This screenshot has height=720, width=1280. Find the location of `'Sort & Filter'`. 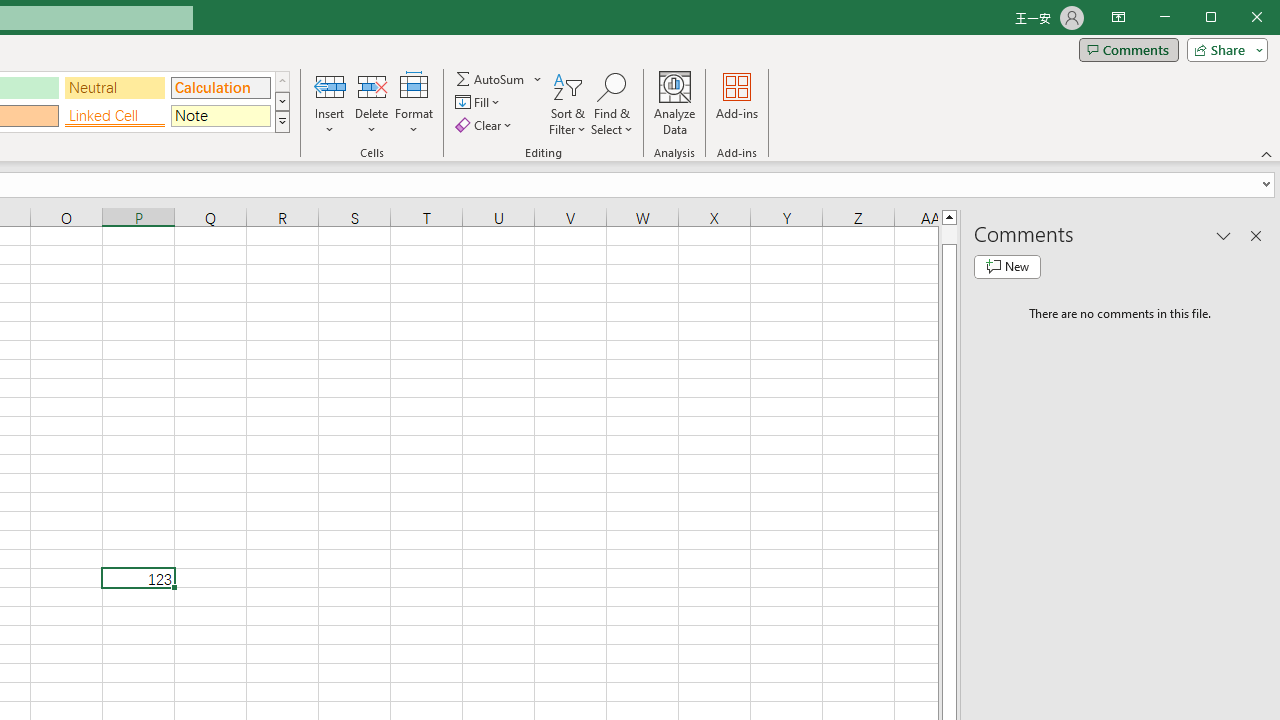

'Sort & Filter' is located at coordinates (566, 104).